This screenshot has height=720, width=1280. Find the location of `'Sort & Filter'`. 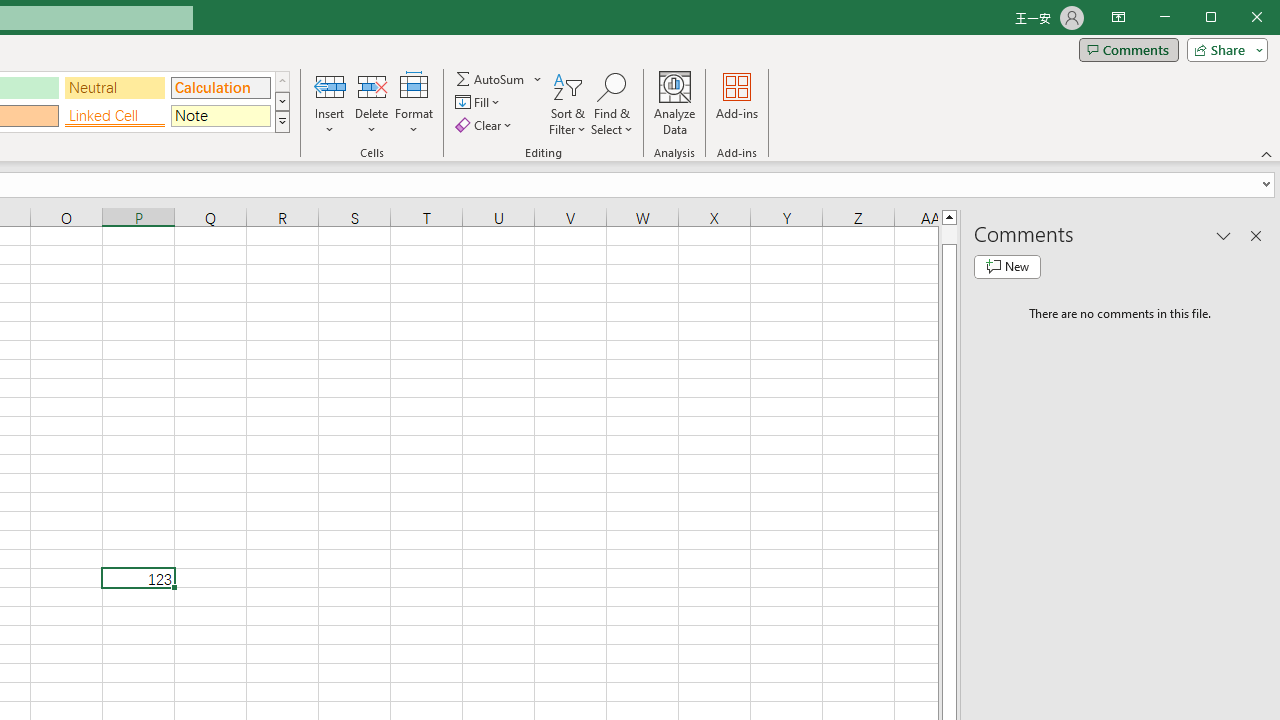

'Sort & Filter' is located at coordinates (566, 104).